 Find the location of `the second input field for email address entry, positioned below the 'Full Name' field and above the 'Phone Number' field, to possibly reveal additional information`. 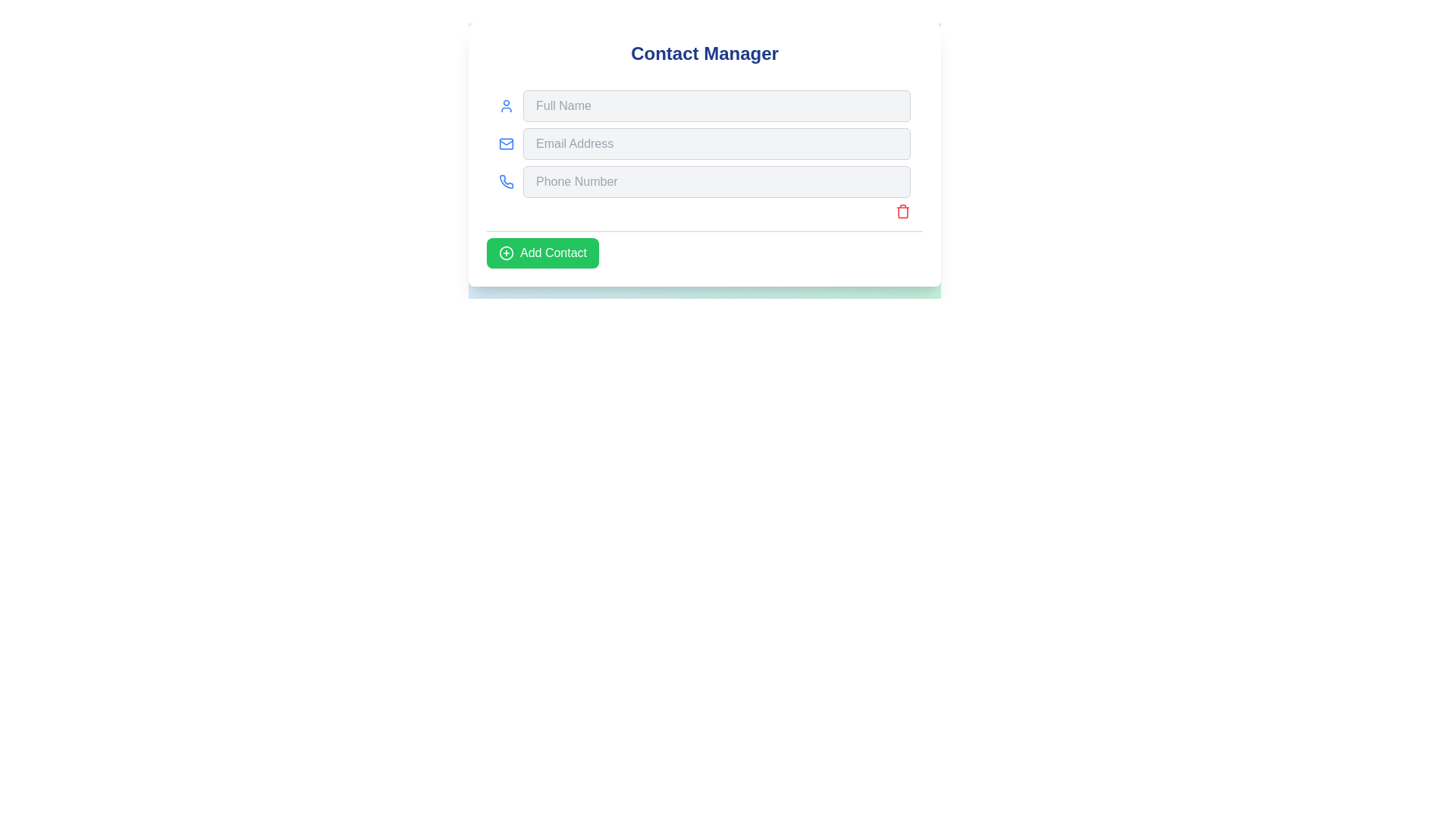

the second input field for email address entry, positioned below the 'Full Name' field and above the 'Phone Number' field, to possibly reveal additional information is located at coordinates (704, 143).